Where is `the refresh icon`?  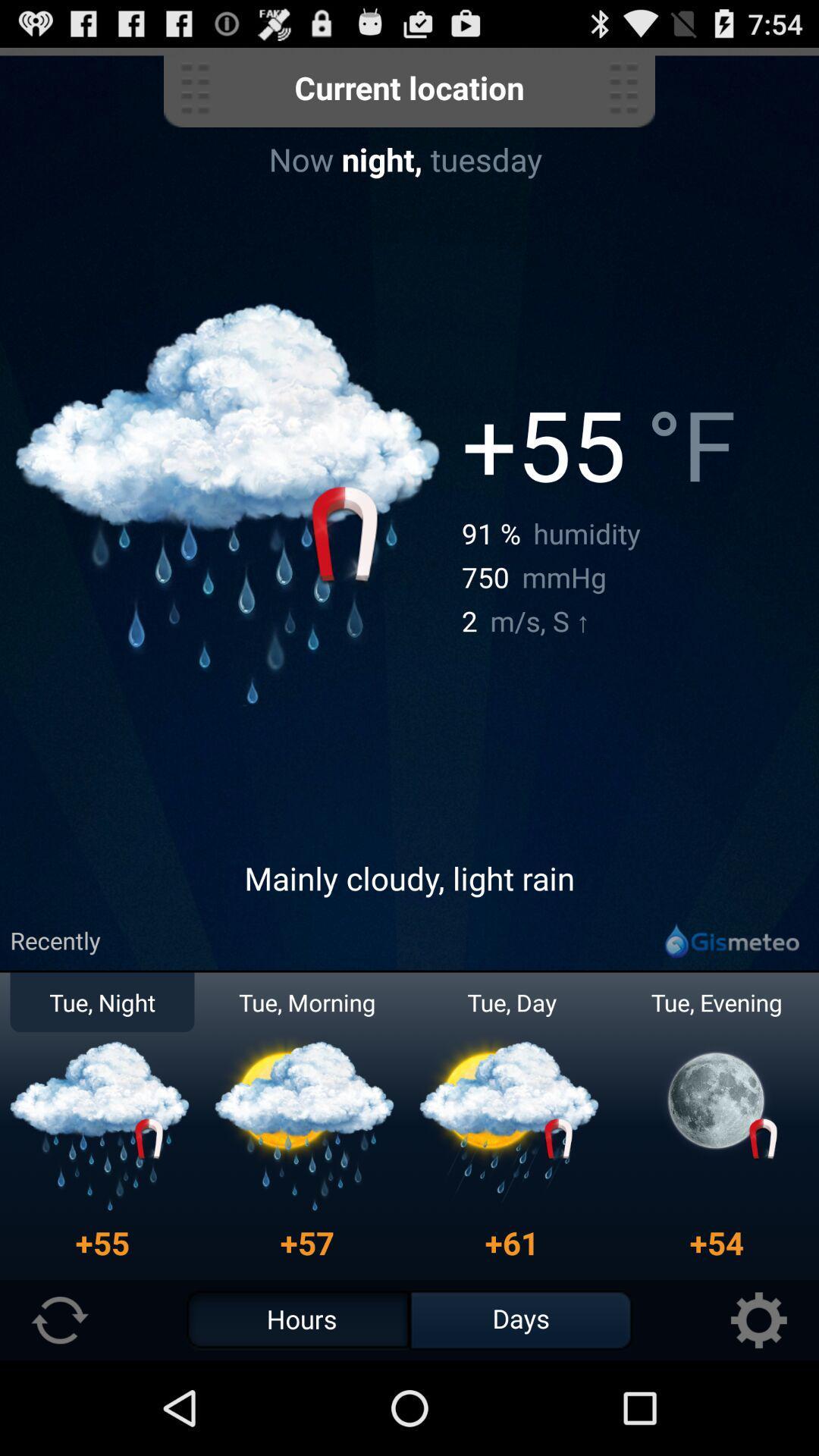 the refresh icon is located at coordinates (59, 1412).